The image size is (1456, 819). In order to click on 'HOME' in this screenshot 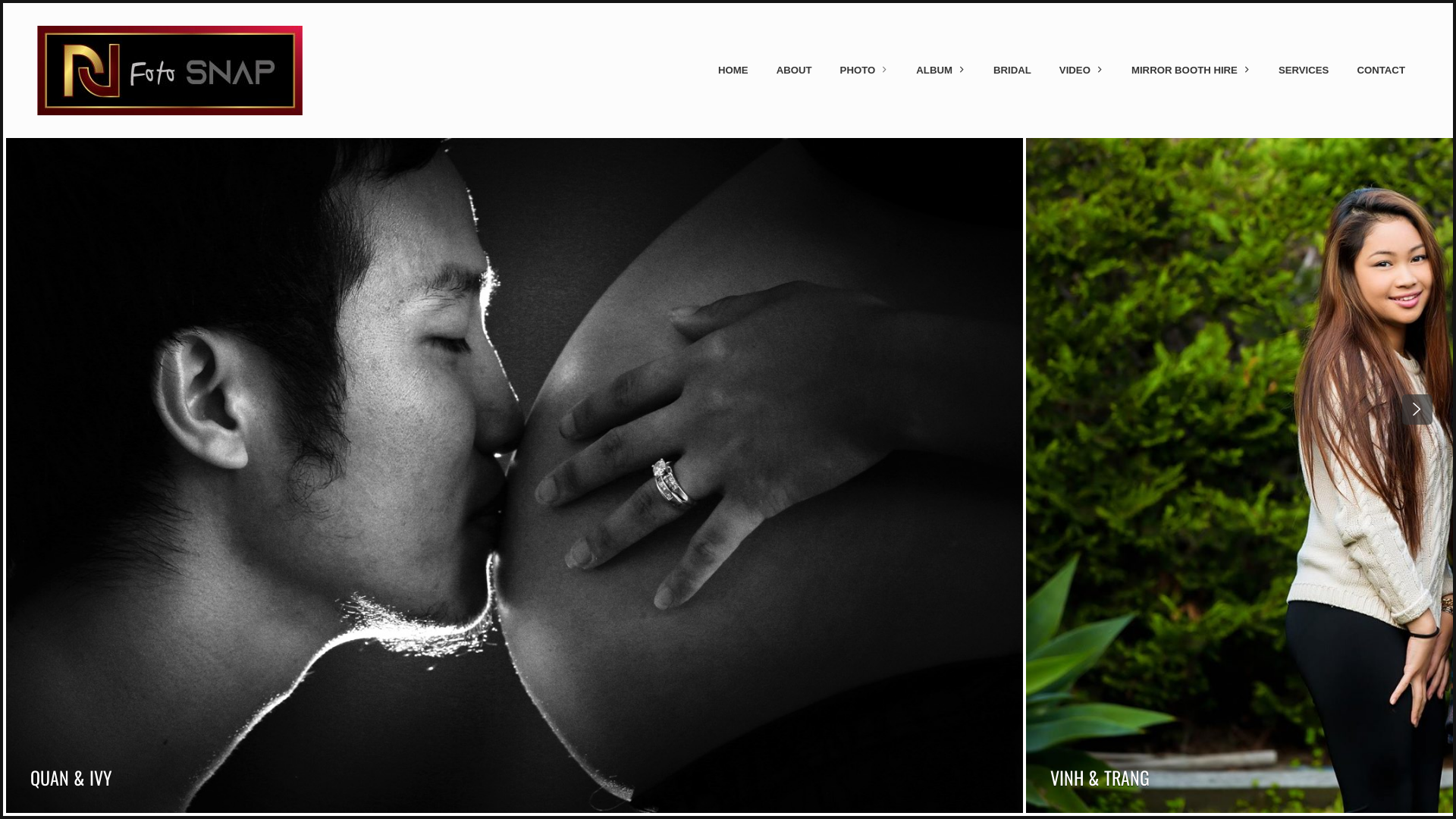, I will do `click(733, 70)`.